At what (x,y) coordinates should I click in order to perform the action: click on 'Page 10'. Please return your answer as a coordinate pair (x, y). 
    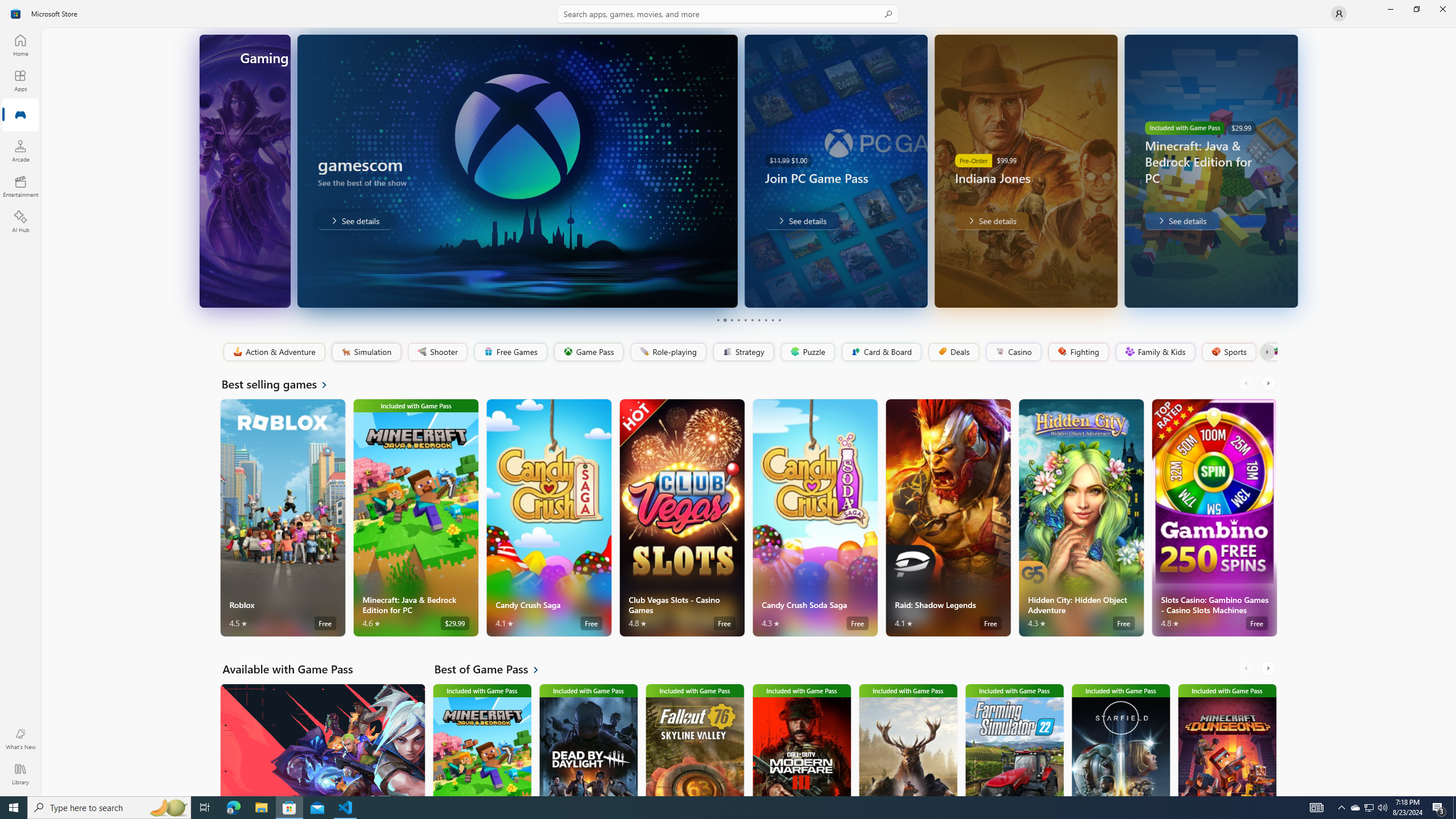
    Looking at the image, I should click on (779, 320).